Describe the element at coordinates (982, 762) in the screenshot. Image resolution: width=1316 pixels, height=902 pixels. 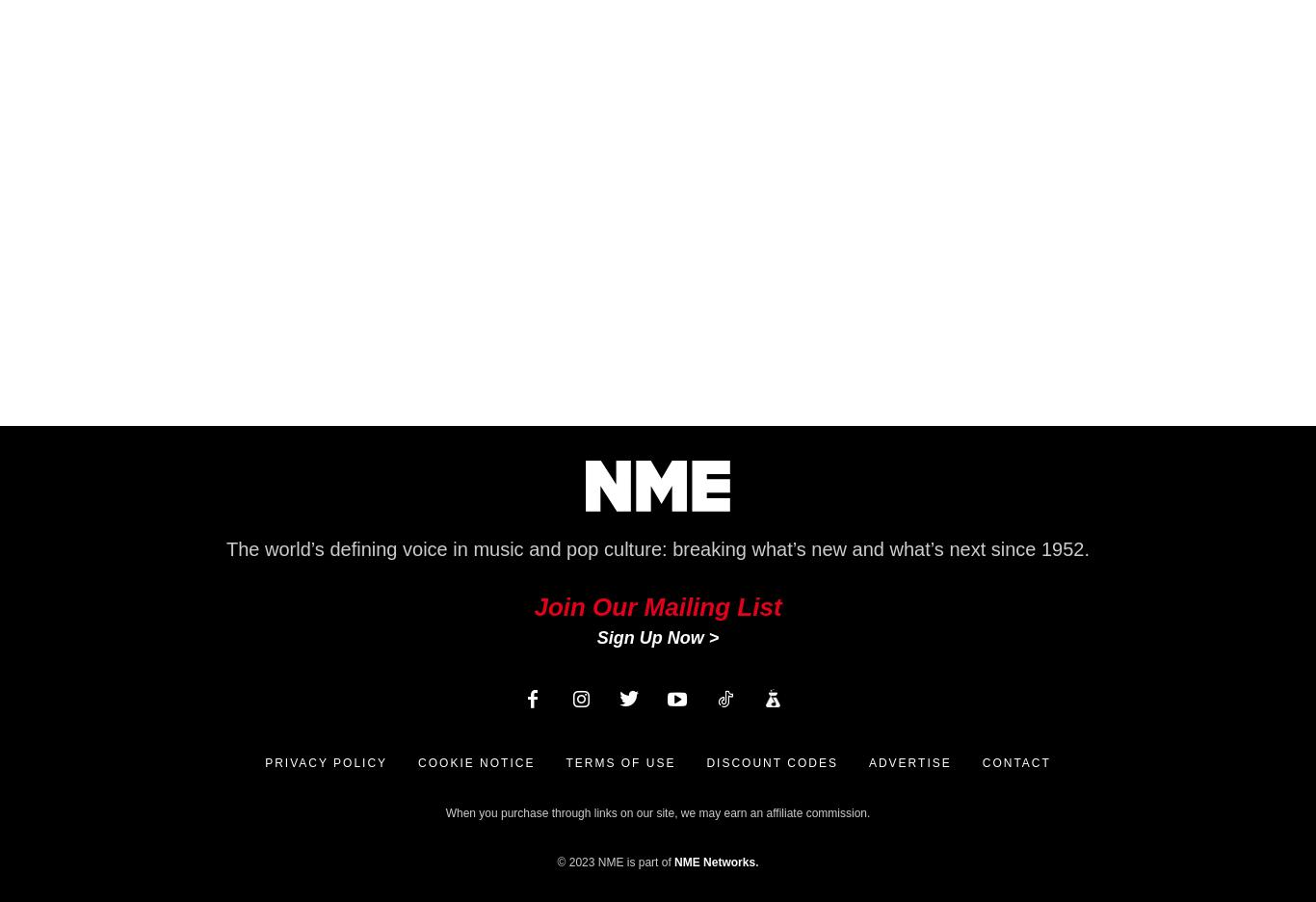
I see `'Contact'` at that location.